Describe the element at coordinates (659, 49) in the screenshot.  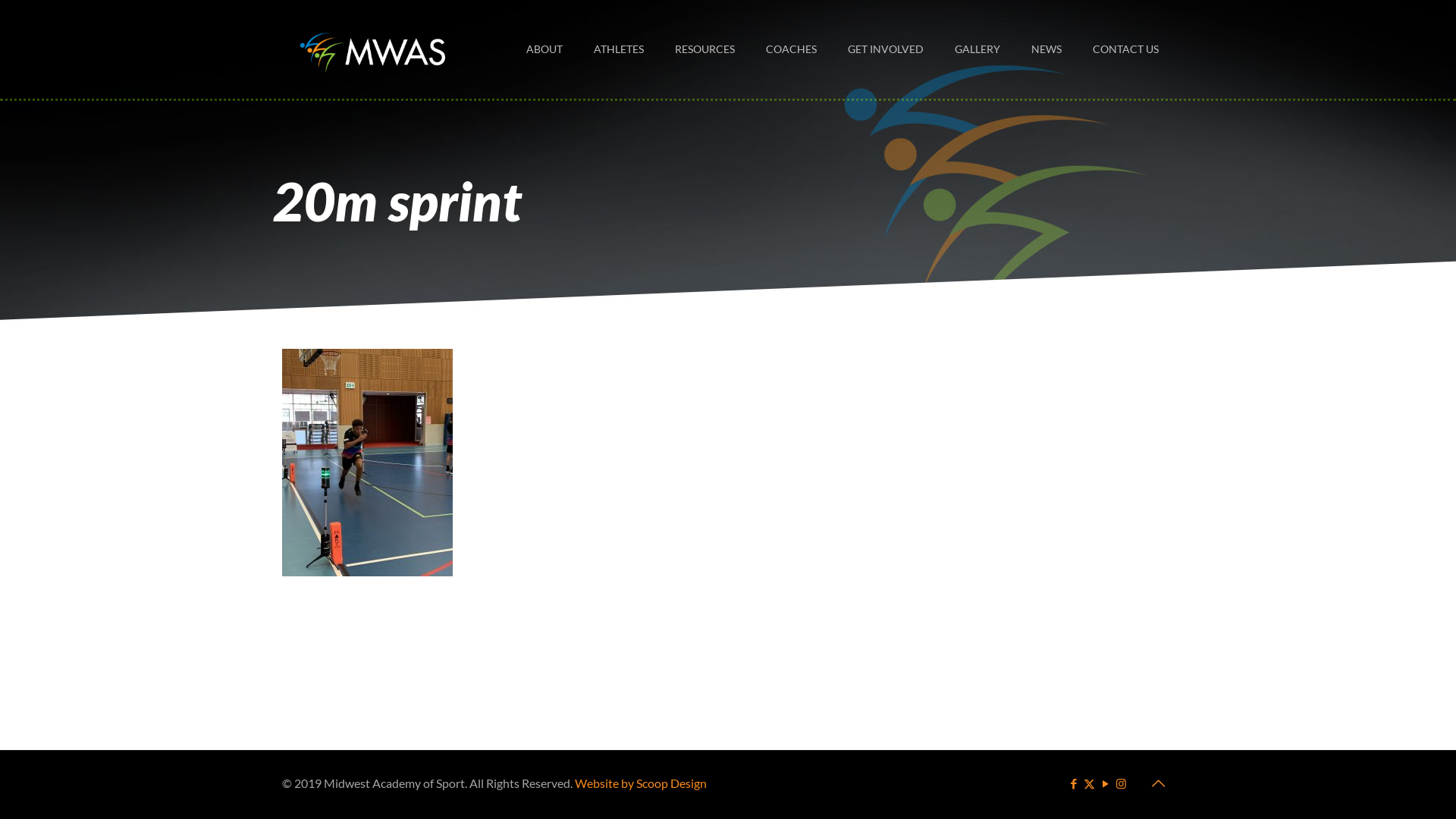
I see `'RESOURCES'` at that location.